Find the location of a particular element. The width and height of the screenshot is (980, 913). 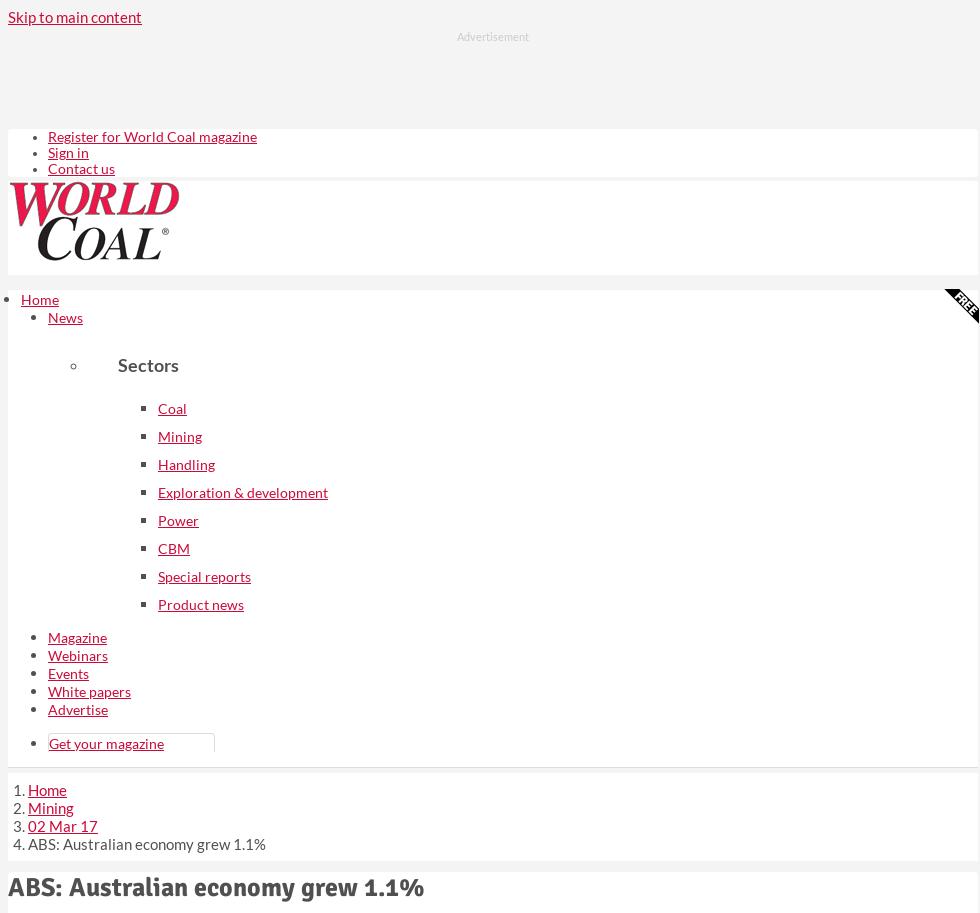

'Coal' is located at coordinates (157, 406).